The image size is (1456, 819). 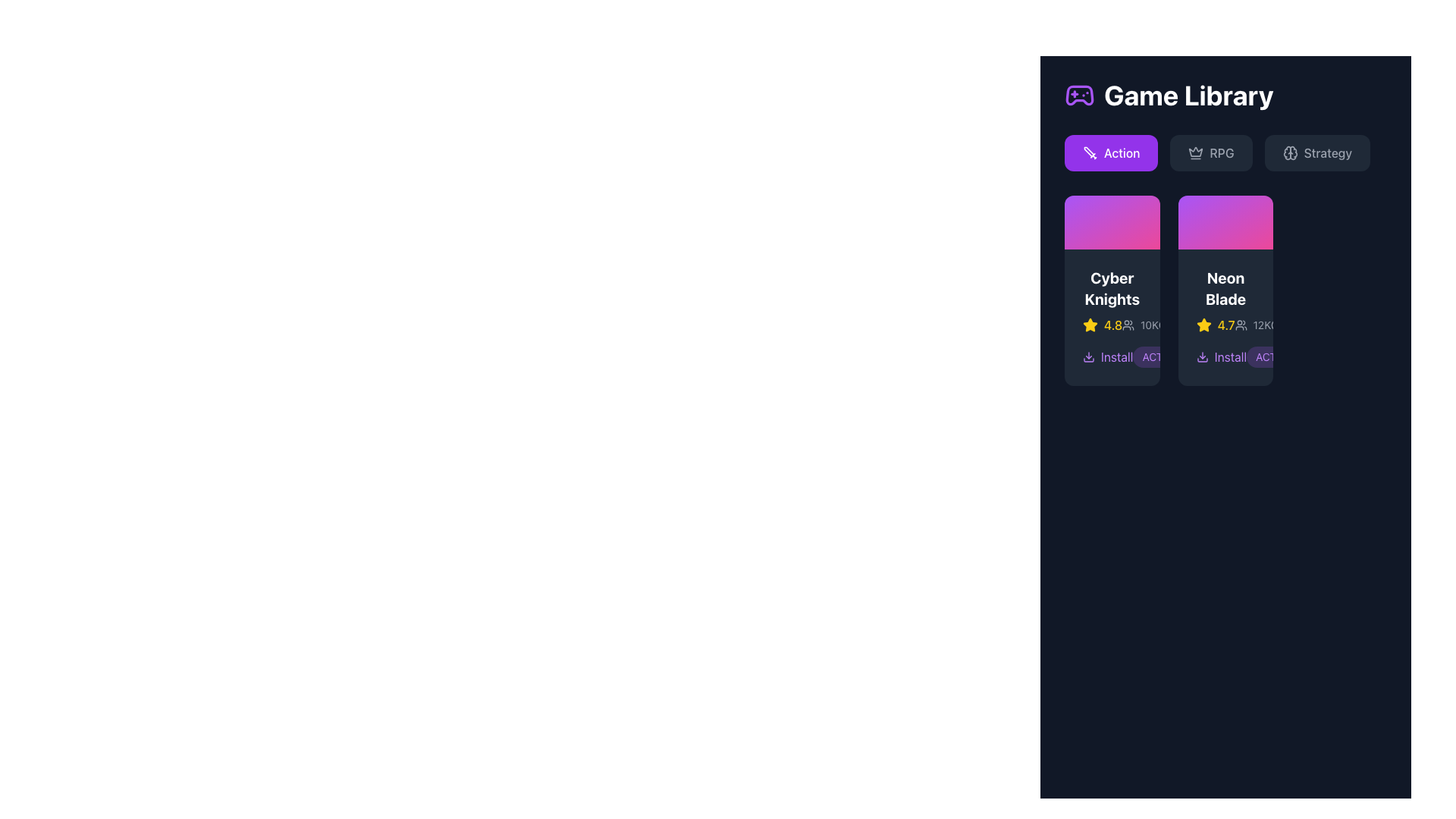 What do you see at coordinates (1230, 356) in the screenshot?
I see `the 'Install' button styled as text in the second card for the game 'Neon Blade'` at bounding box center [1230, 356].